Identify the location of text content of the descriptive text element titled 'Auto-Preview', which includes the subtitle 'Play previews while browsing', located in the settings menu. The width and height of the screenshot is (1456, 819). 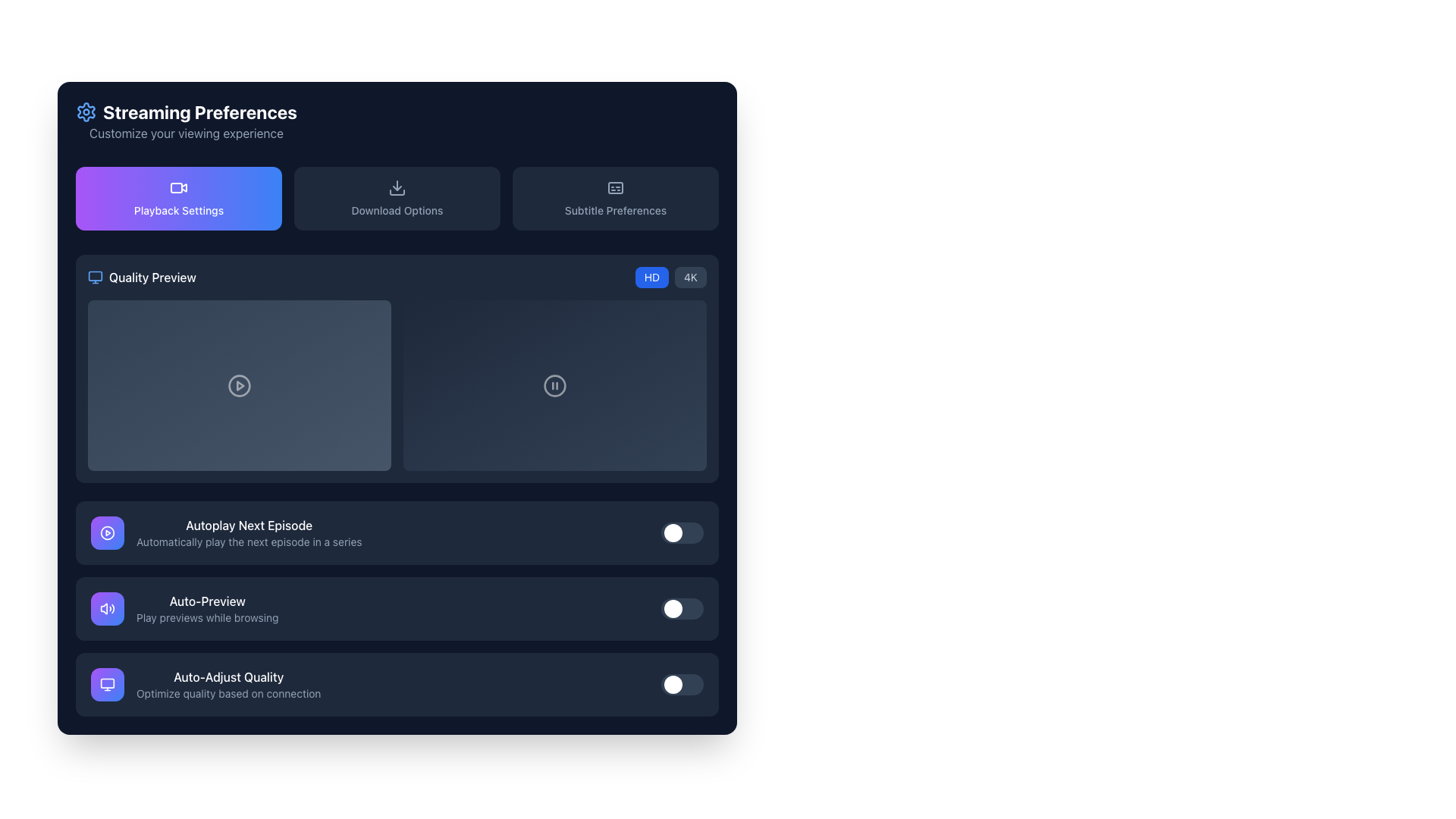
(206, 607).